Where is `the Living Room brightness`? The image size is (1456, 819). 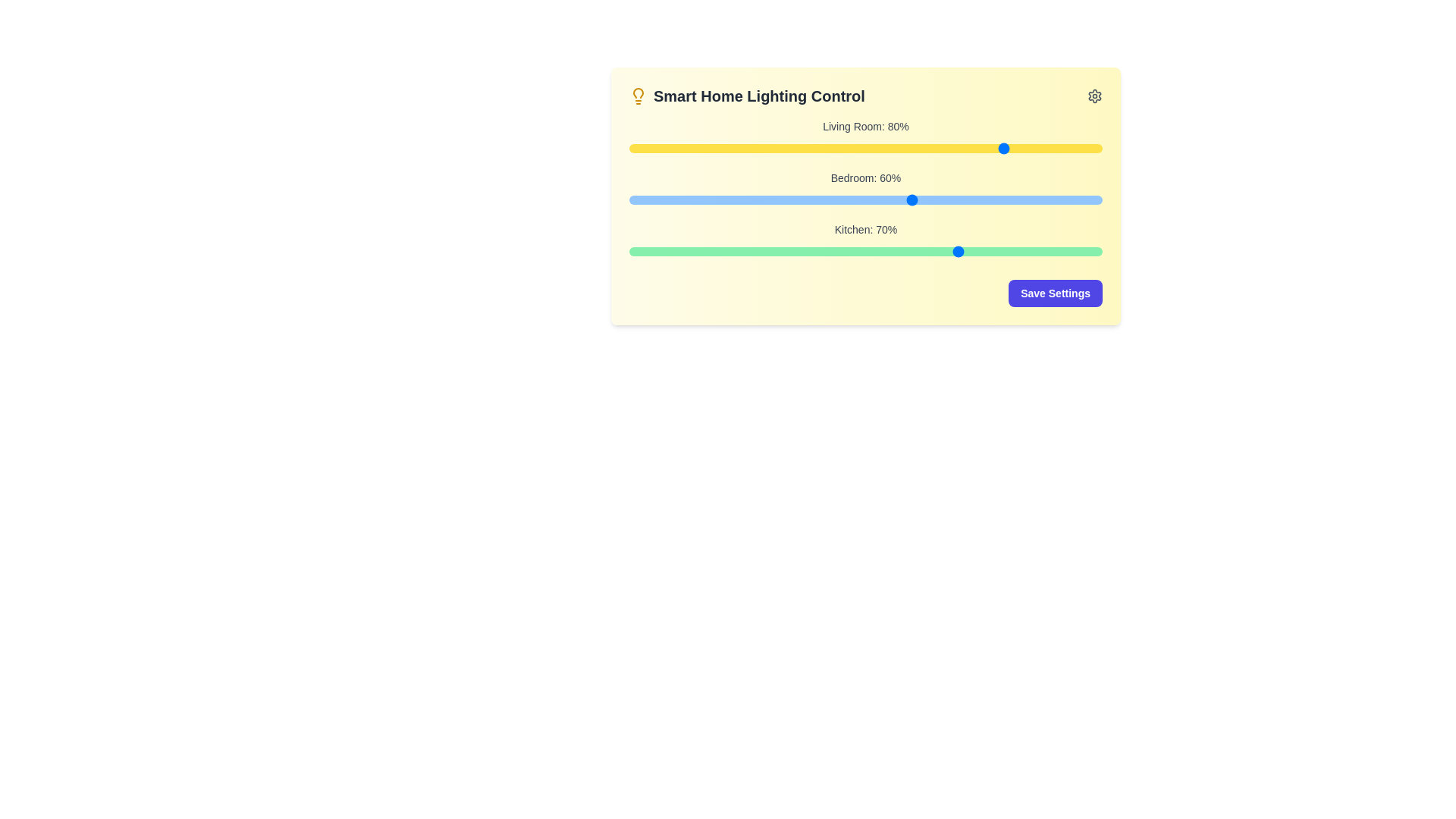
the Living Room brightness is located at coordinates (861, 149).